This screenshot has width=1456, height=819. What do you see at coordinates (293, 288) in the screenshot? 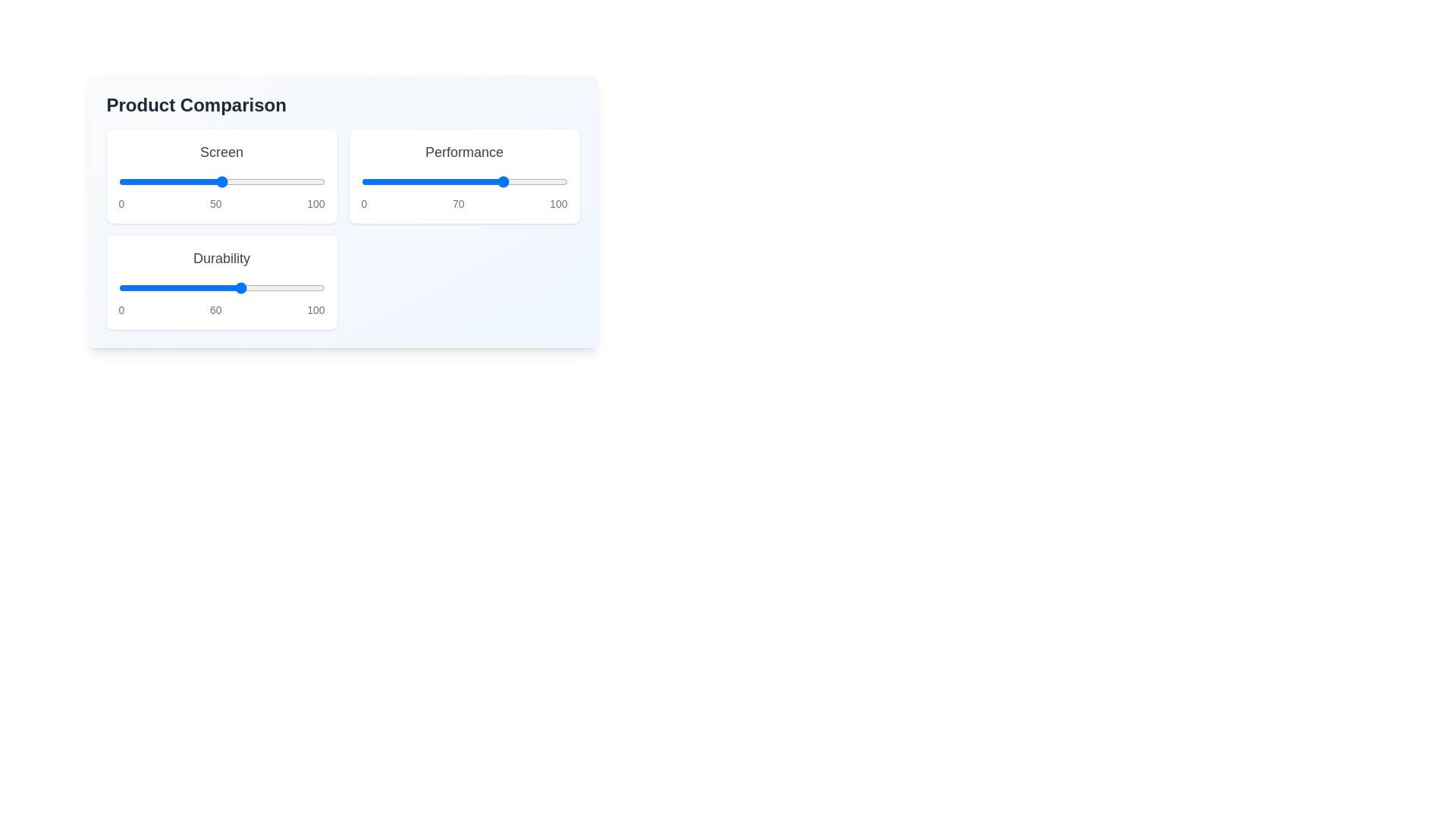
I see `the 'Durability' slider to 85` at bounding box center [293, 288].